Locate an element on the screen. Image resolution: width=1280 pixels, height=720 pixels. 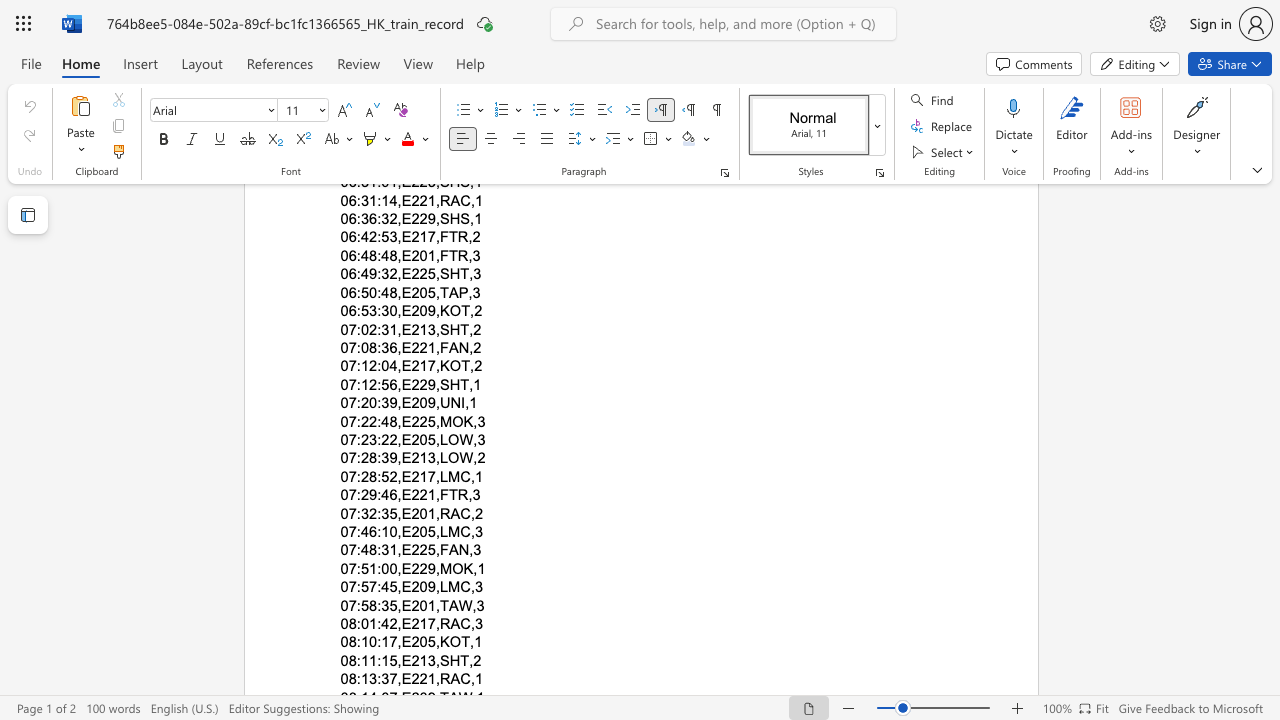
the subset text "52," within the text "07:28:52,E217,LMC,1" is located at coordinates (381, 476).